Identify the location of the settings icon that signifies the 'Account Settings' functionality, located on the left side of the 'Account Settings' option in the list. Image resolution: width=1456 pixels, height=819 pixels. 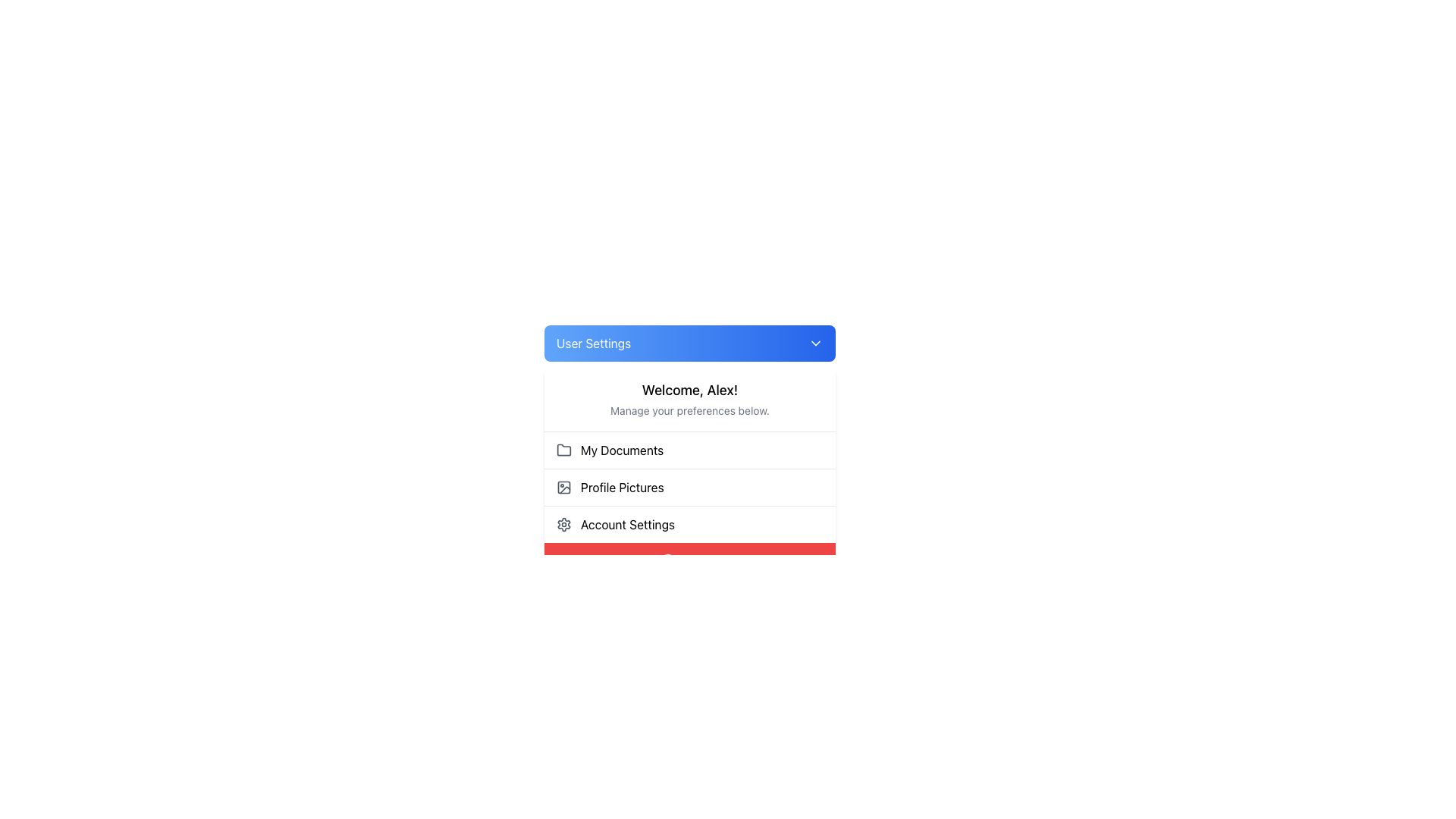
(563, 523).